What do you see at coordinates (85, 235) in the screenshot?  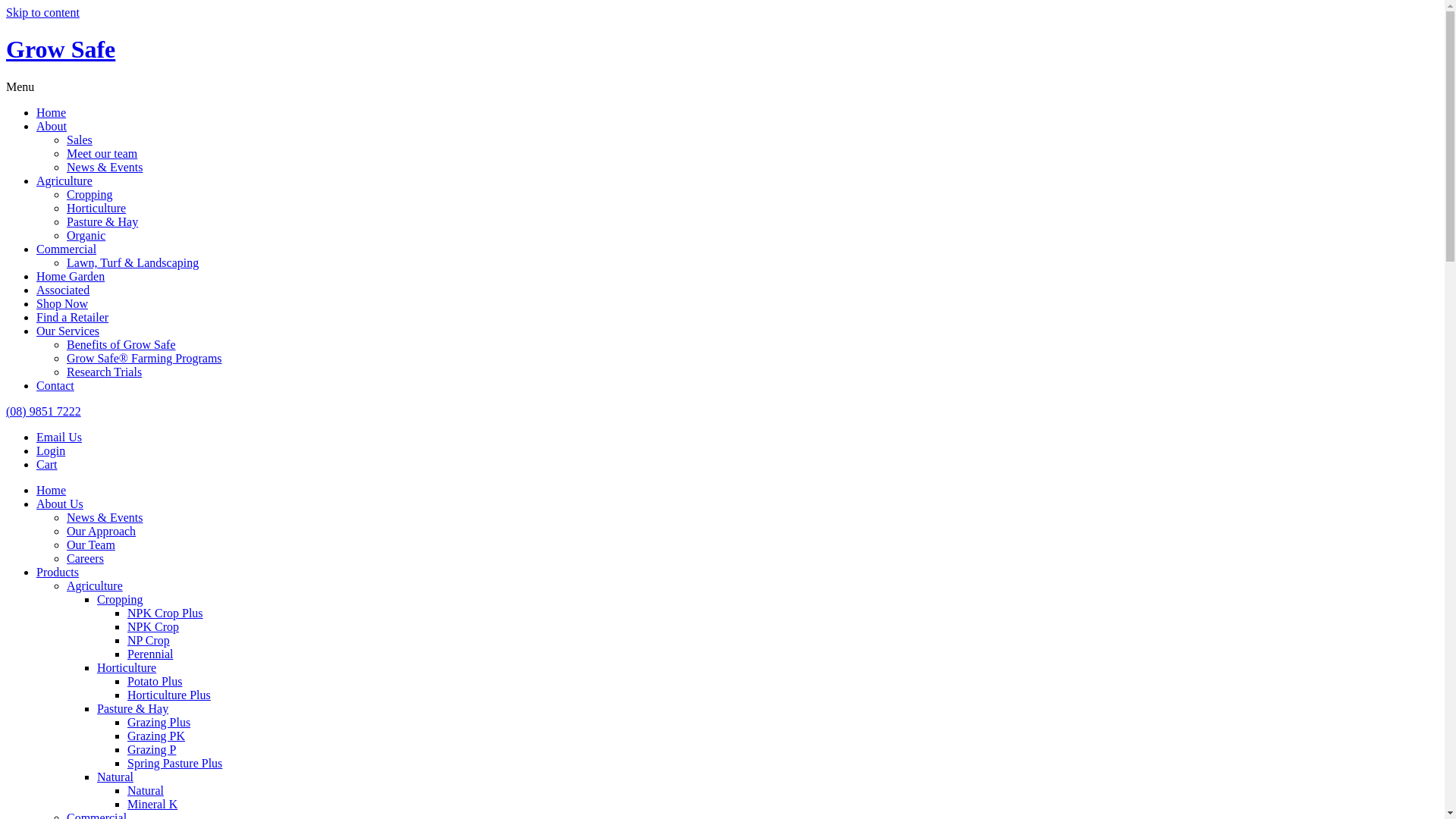 I see `'Organic'` at bounding box center [85, 235].